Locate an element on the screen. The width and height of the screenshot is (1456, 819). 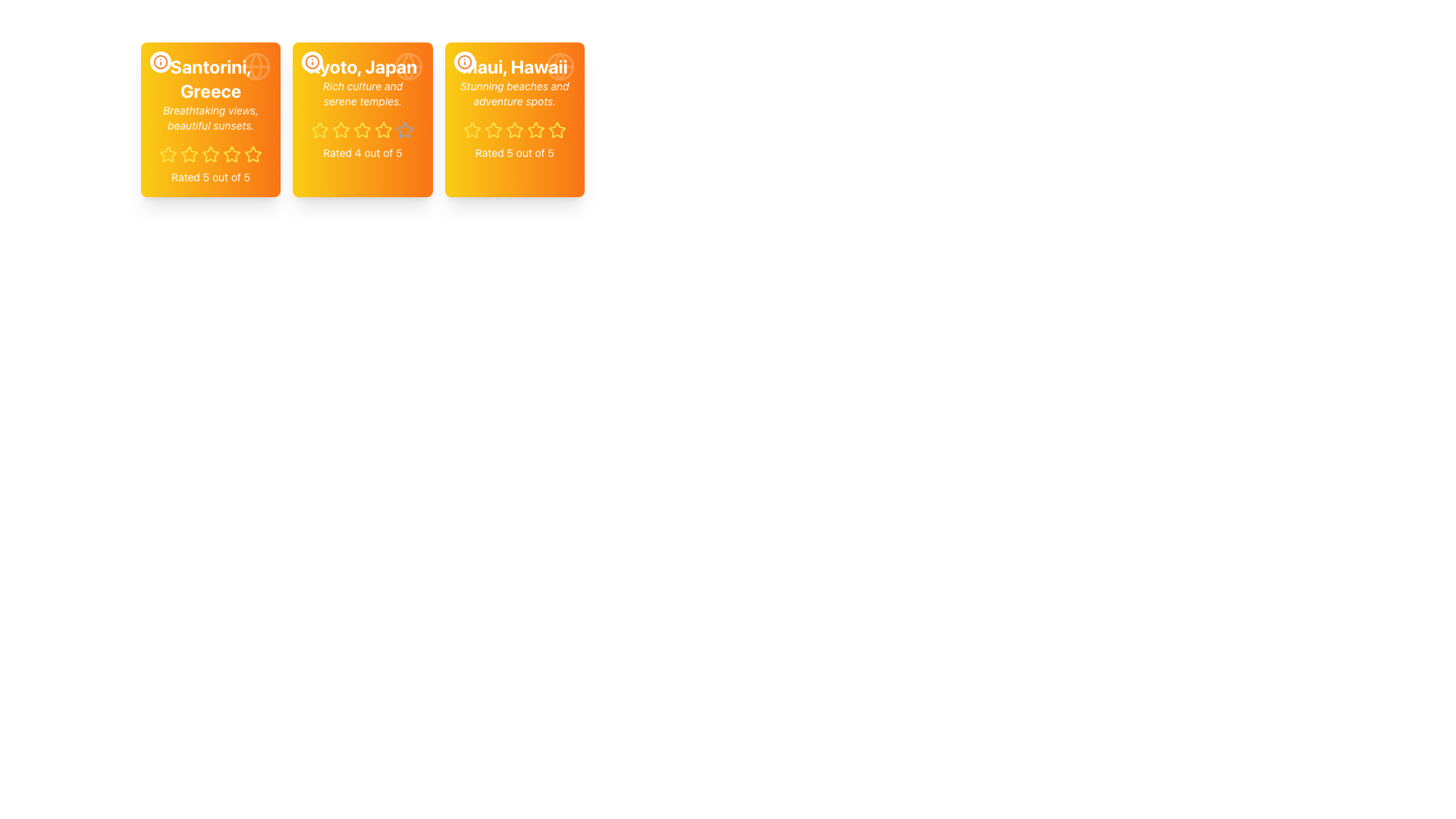
the first star icon in the rating row for 'Santorini, Greece' is located at coordinates (168, 154).